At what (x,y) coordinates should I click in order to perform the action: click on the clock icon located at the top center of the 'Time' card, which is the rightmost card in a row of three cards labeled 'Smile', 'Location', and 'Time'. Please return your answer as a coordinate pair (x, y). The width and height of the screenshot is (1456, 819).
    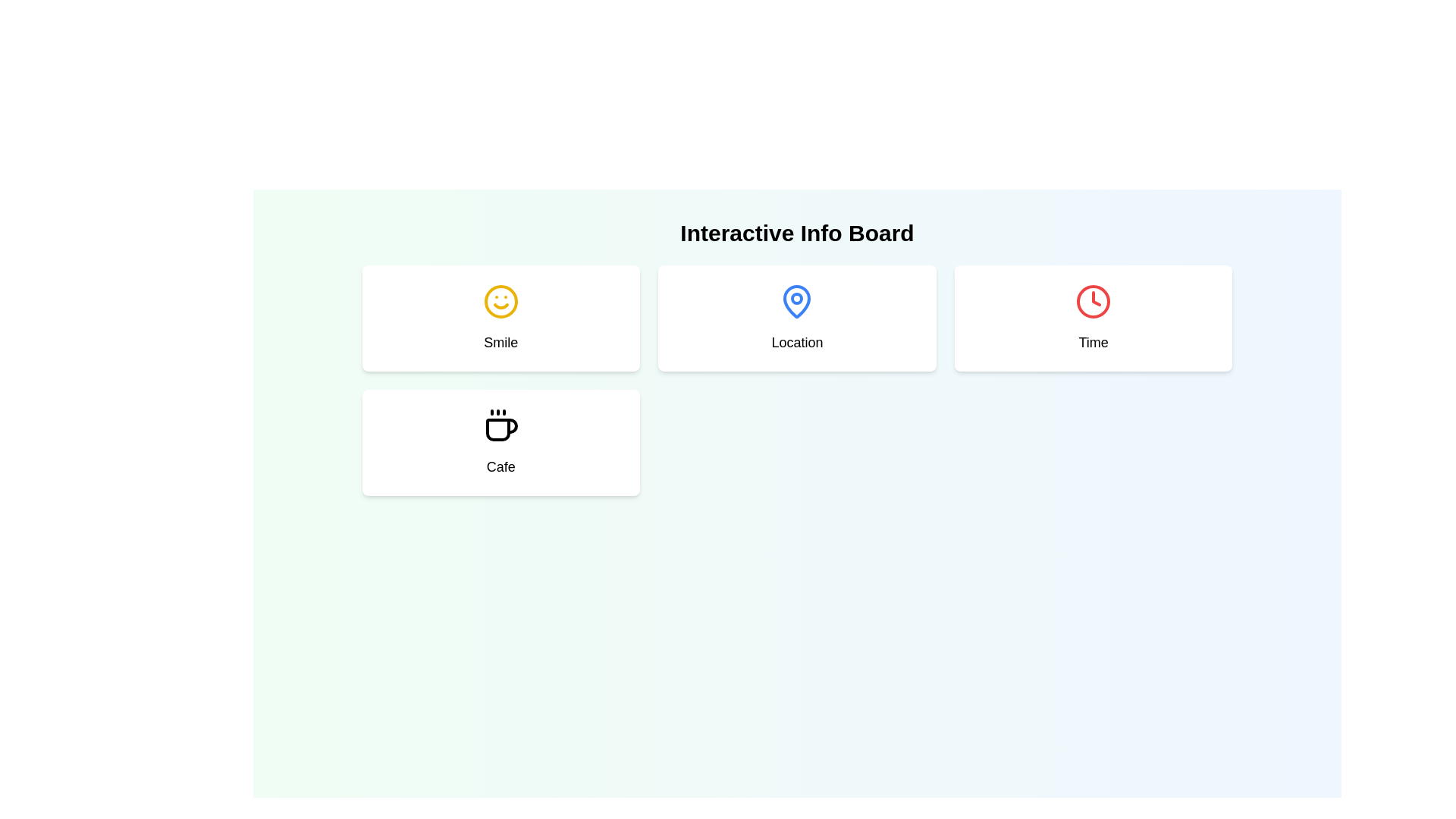
    Looking at the image, I should click on (1094, 301).